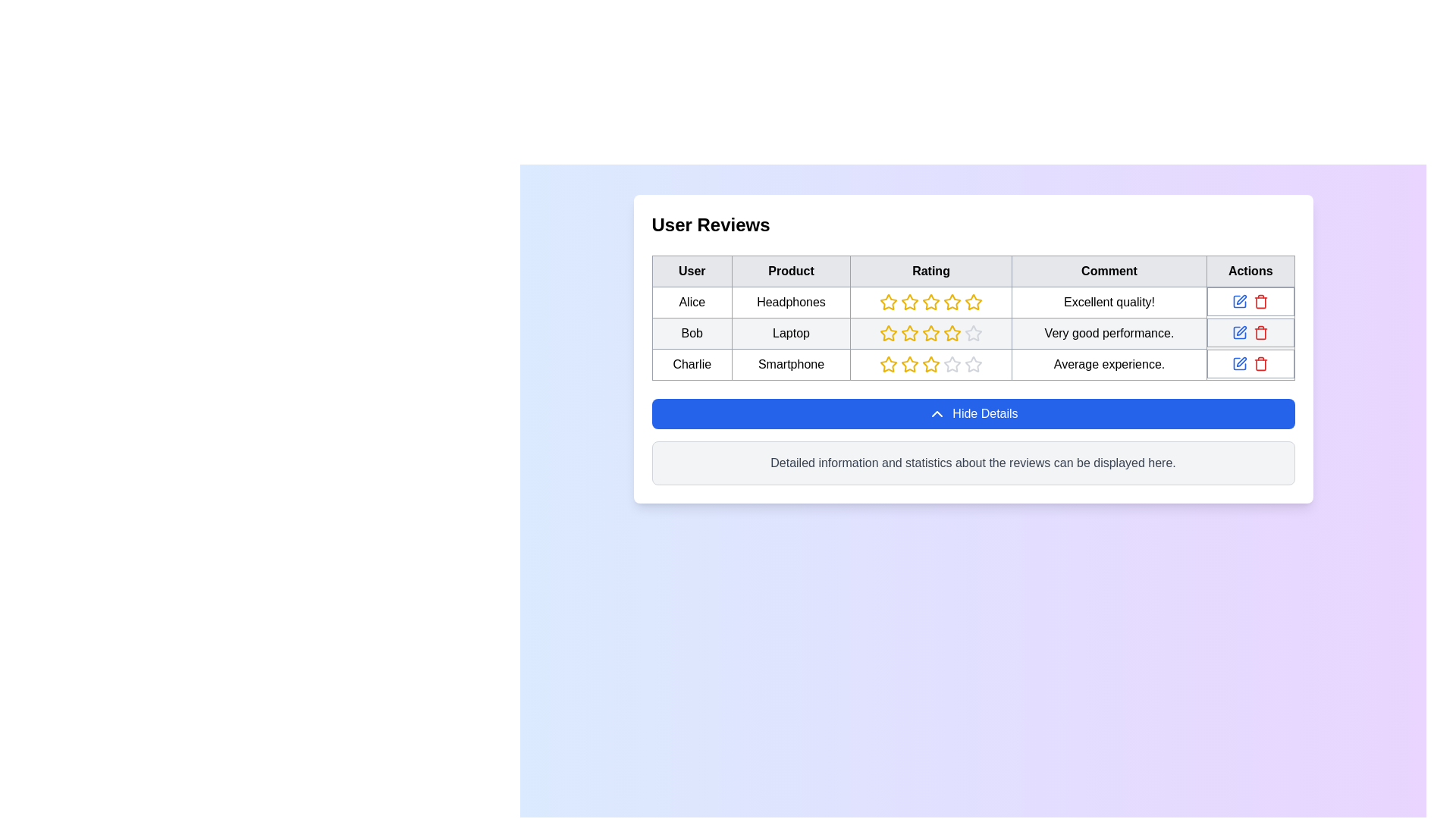  I want to click on the fifth star icon, so click(974, 332).